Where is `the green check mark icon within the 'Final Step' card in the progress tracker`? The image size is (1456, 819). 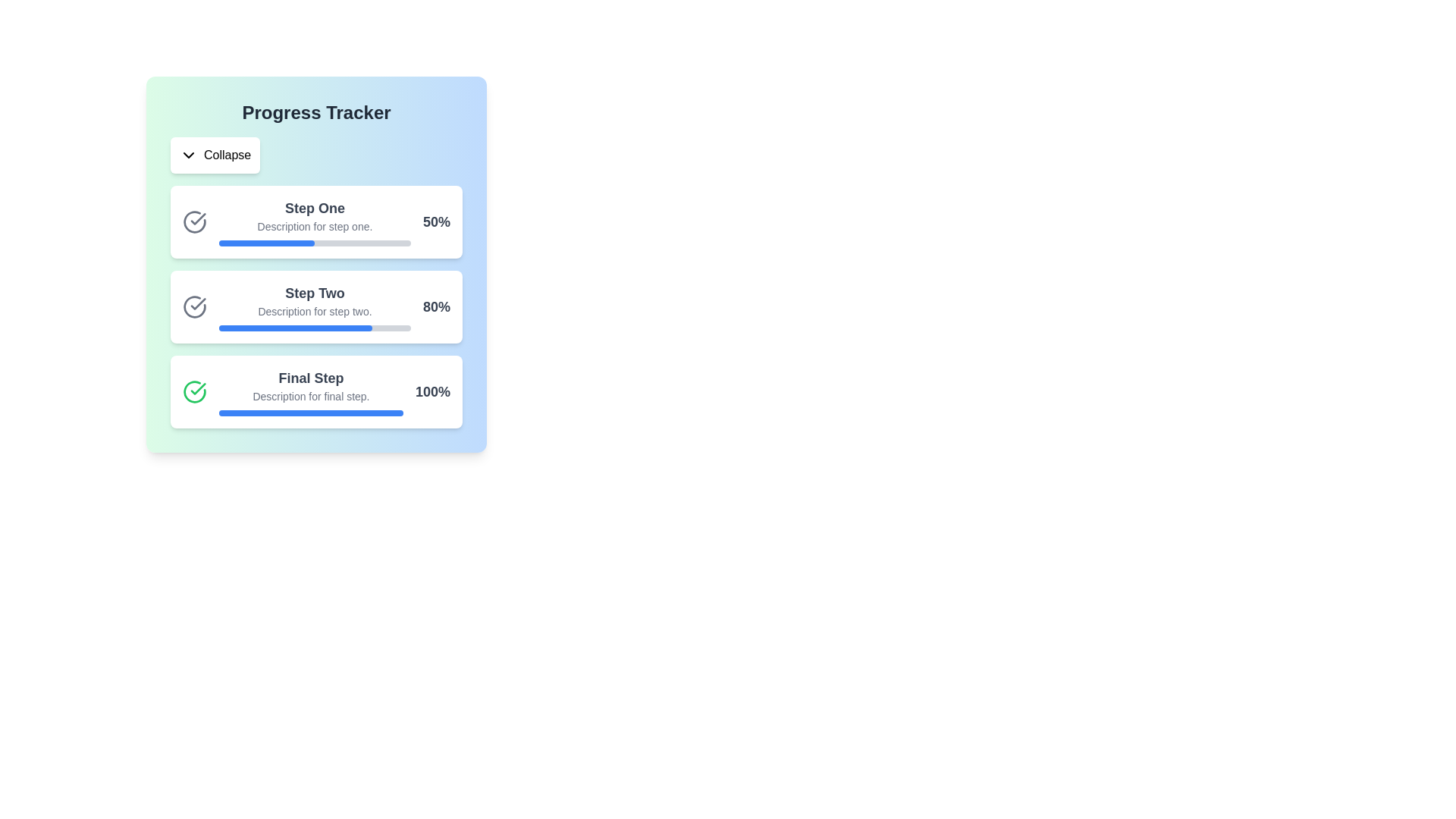
the green check mark icon within the 'Final Step' card in the progress tracker is located at coordinates (197, 388).